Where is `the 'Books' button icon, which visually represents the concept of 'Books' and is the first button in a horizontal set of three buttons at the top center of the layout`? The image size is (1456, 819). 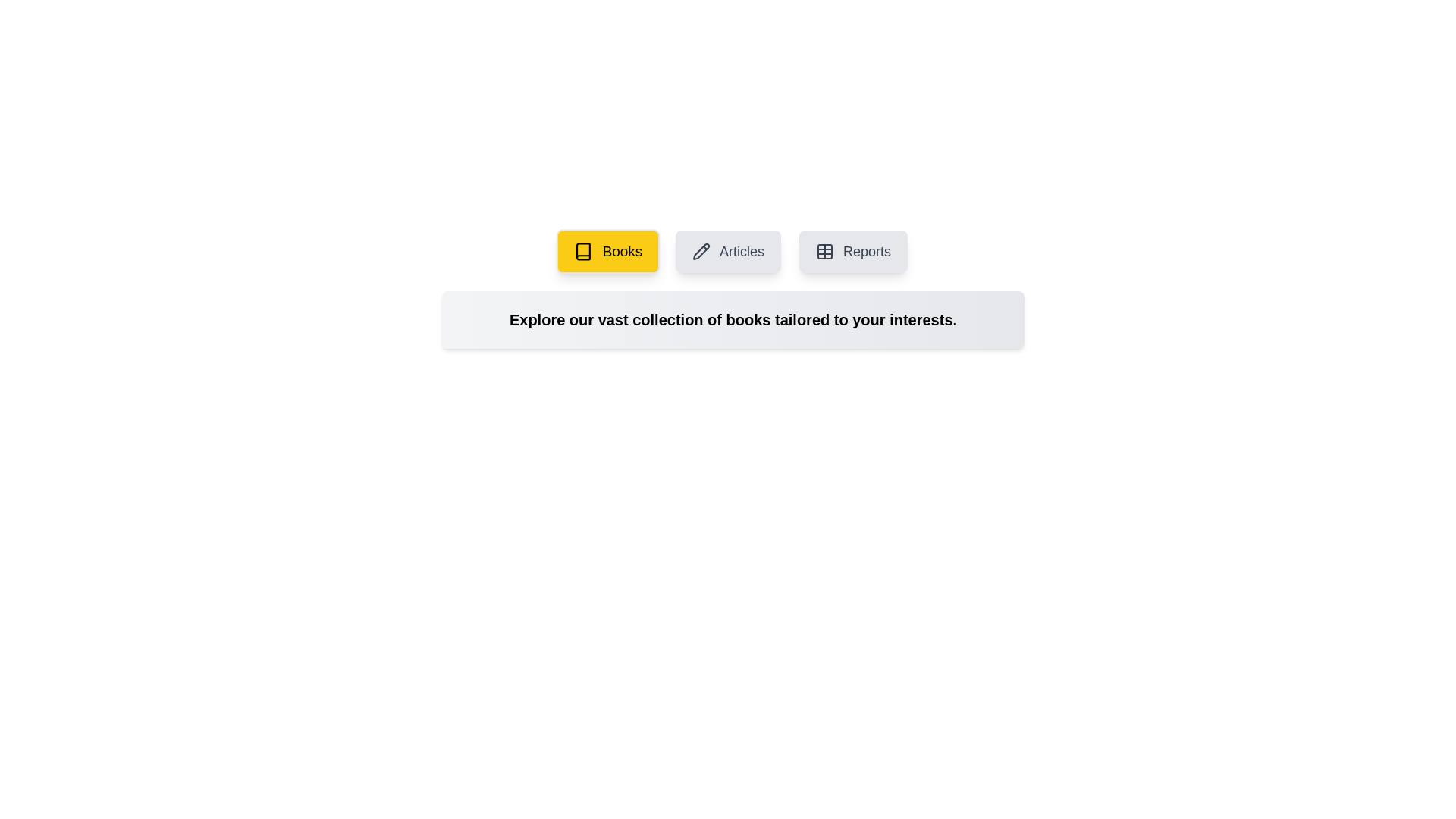
the 'Books' button icon, which visually represents the concept of 'Books' and is the first button in a horizontal set of three buttons at the top center of the layout is located at coordinates (582, 250).